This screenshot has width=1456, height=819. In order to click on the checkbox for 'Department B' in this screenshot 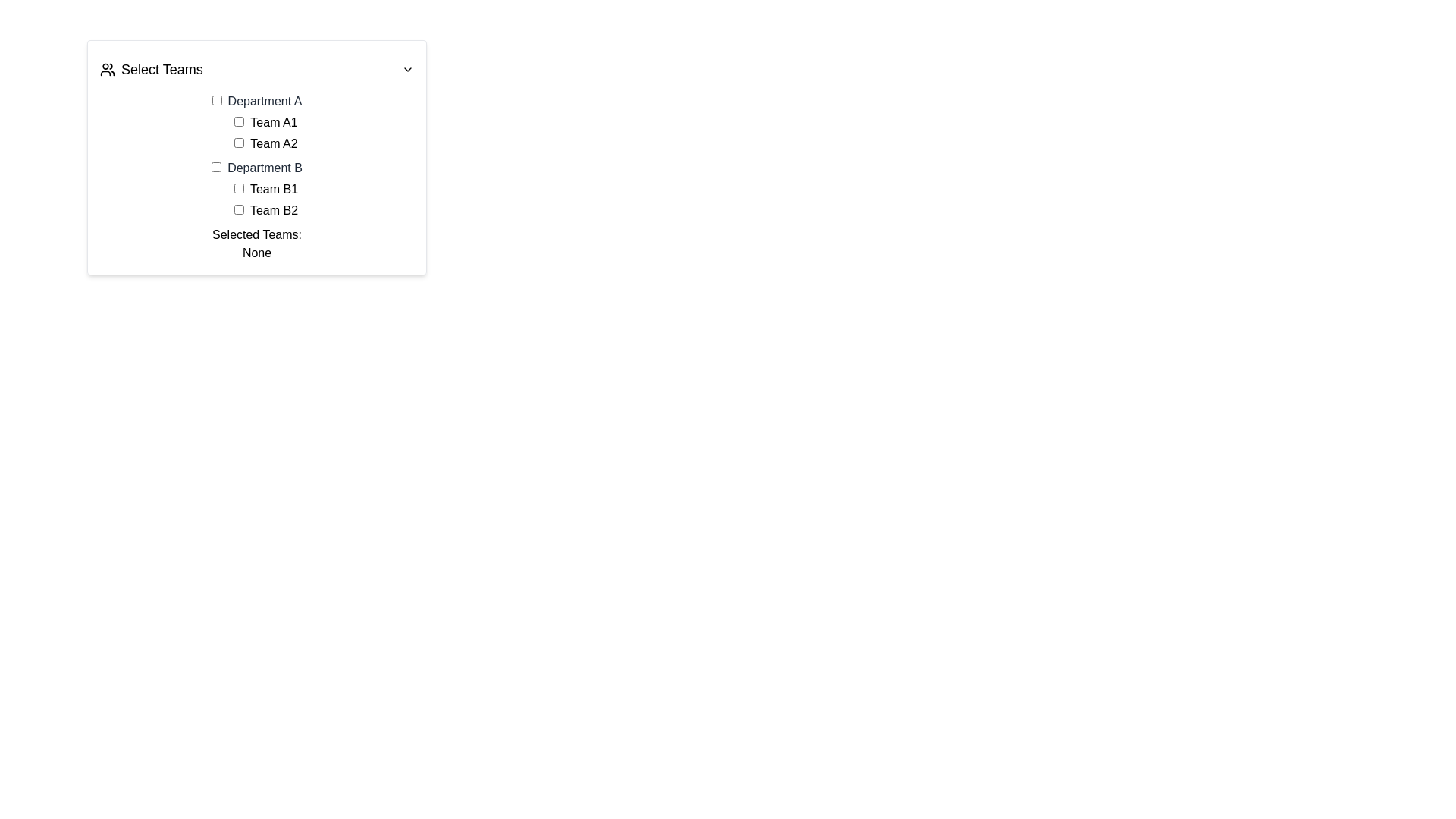, I will do `click(215, 167)`.